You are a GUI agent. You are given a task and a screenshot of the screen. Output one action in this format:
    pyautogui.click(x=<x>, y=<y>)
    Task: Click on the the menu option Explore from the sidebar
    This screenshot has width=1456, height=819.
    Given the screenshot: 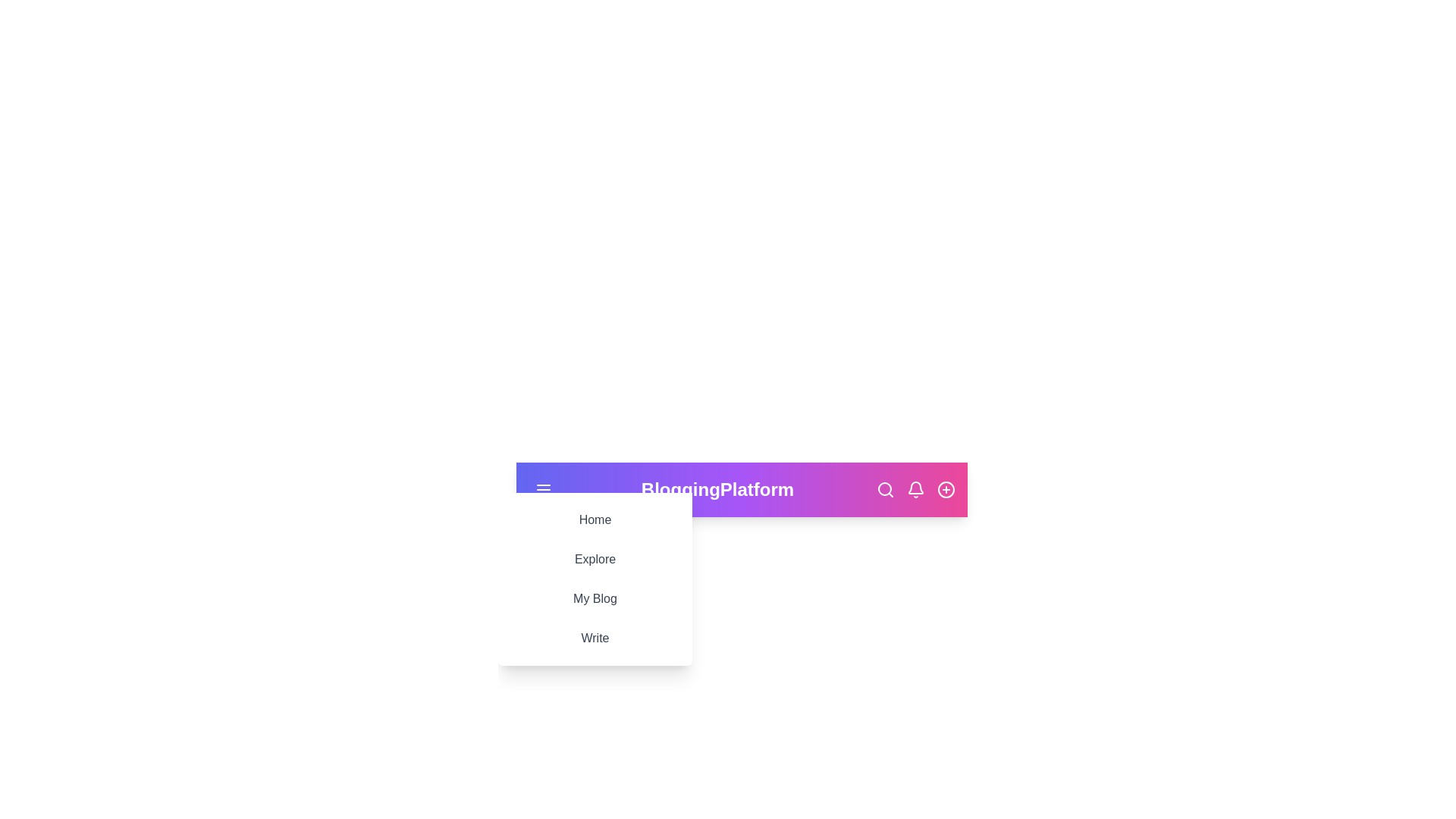 What is the action you would take?
    pyautogui.click(x=595, y=559)
    